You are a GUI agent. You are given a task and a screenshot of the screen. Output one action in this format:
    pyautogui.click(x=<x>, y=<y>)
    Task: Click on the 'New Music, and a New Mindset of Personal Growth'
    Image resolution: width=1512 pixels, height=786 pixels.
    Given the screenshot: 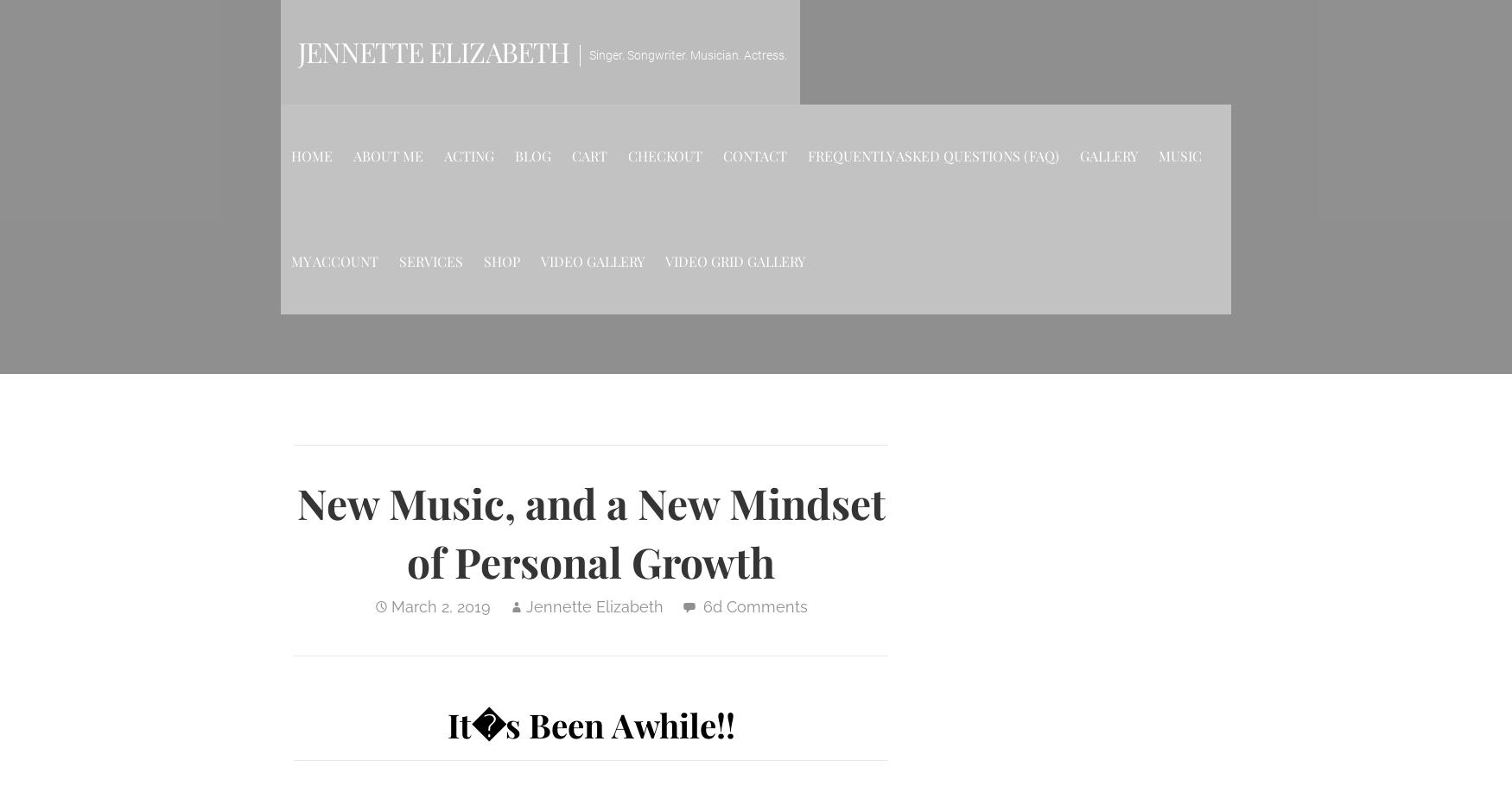 What is the action you would take?
    pyautogui.click(x=296, y=530)
    